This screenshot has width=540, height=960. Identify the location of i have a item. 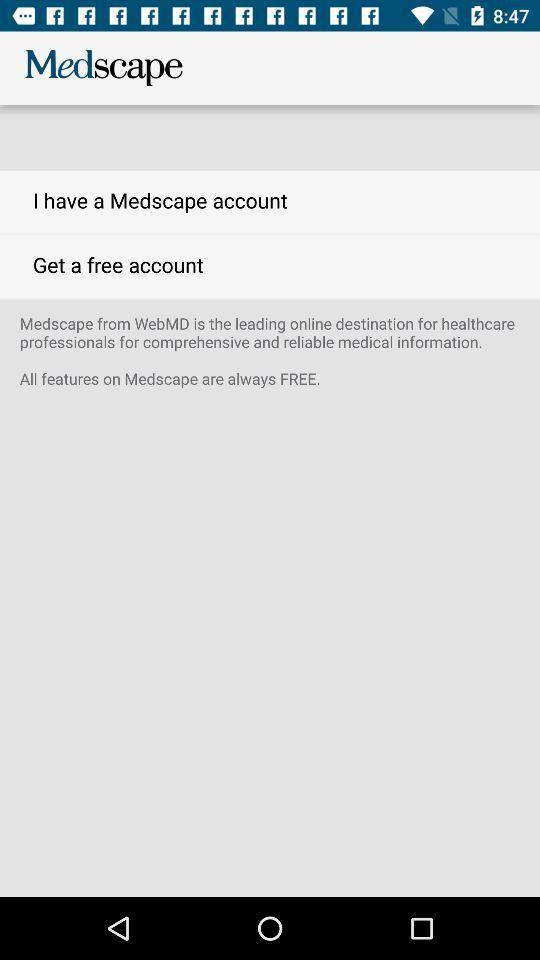
(270, 202).